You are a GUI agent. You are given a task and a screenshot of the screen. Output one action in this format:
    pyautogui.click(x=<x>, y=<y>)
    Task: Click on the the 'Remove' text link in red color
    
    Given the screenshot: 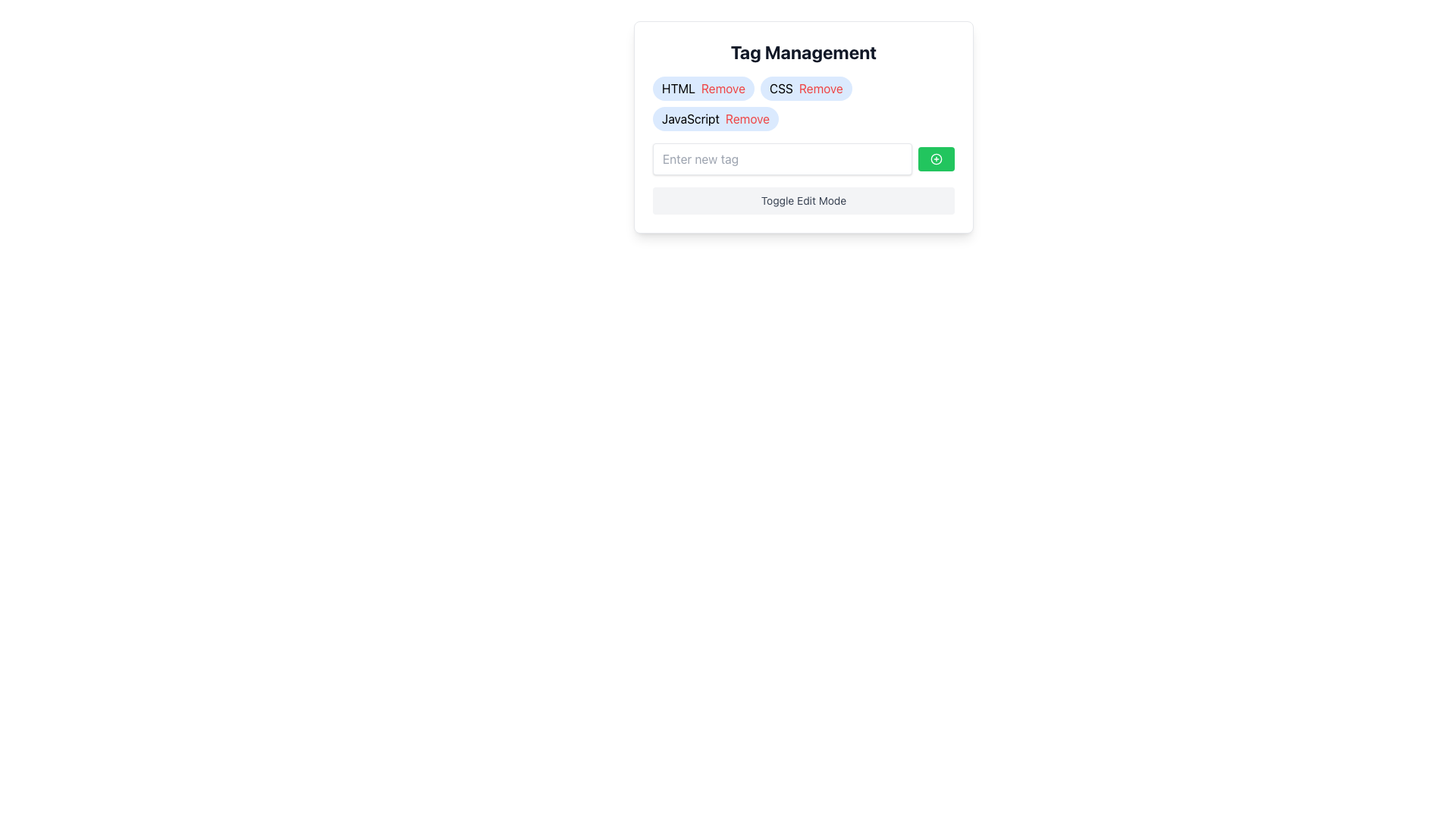 What is the action you would take?
    pyautogui.click(x=722, y=88)
    